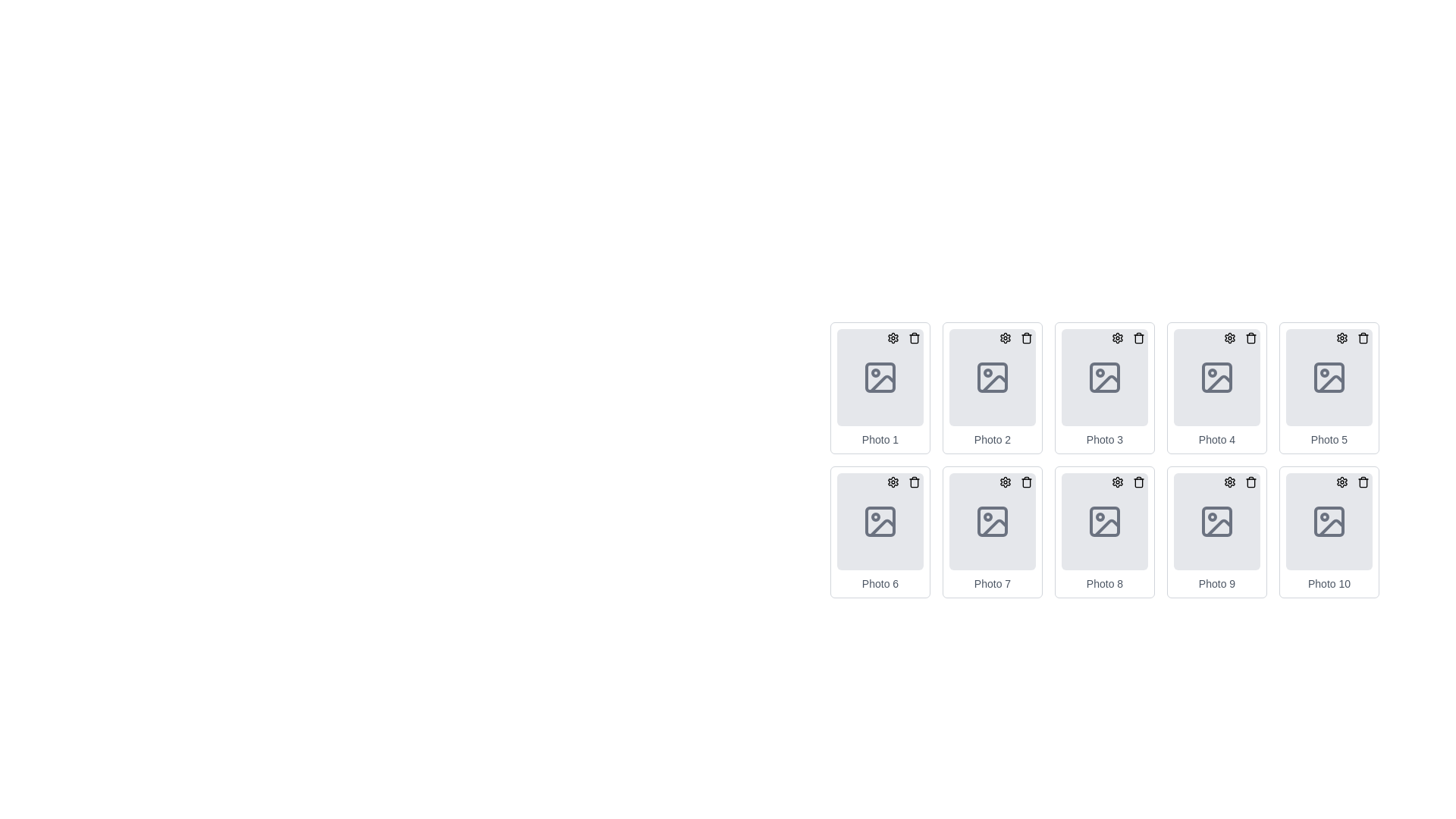  I want to click on the icon resembling a stylized image component located in the eighth photo frame of the second row in a 5-column grid, so click(1106, 526).